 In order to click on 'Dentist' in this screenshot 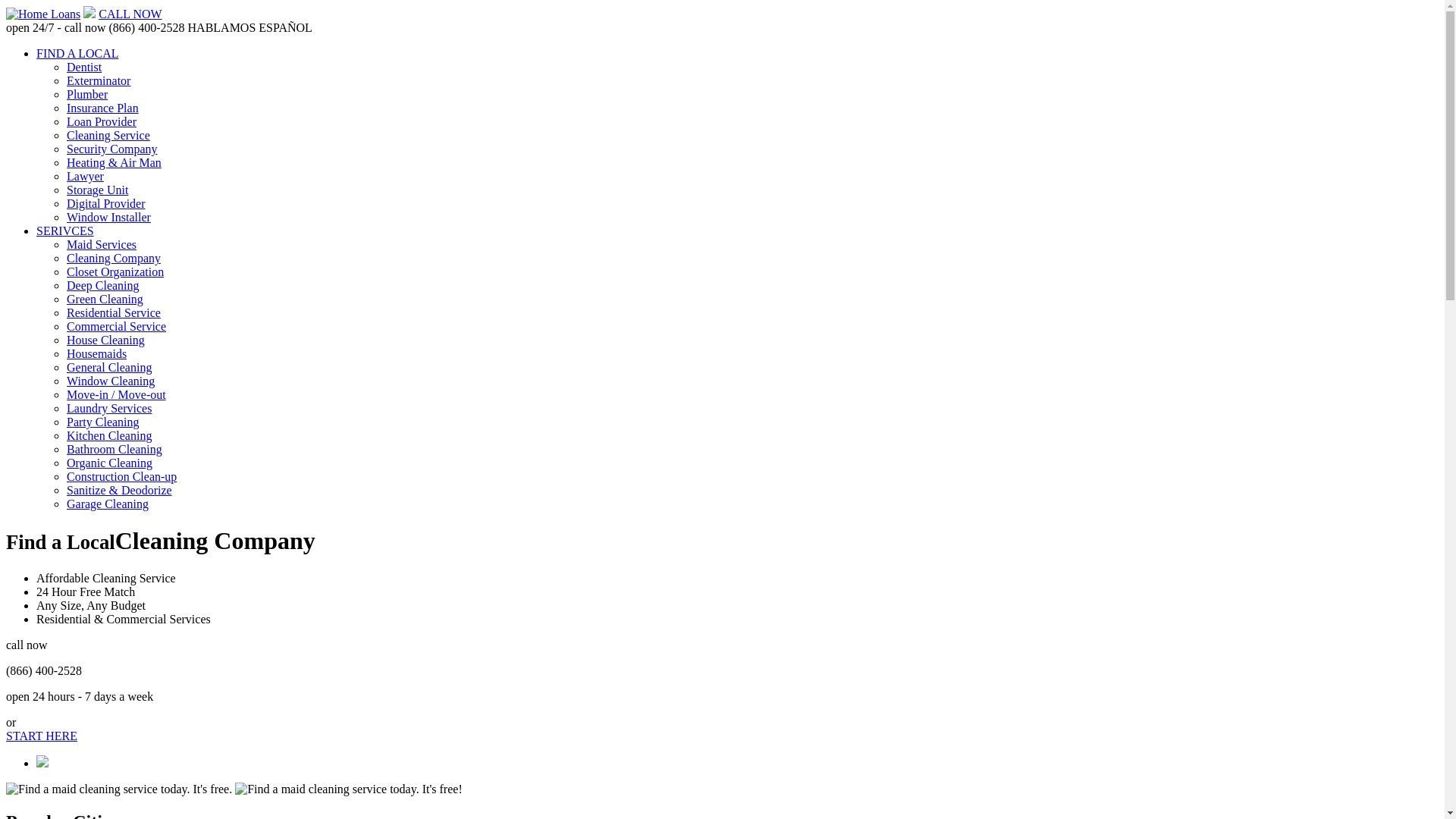, I will do `click(65, 66)`.